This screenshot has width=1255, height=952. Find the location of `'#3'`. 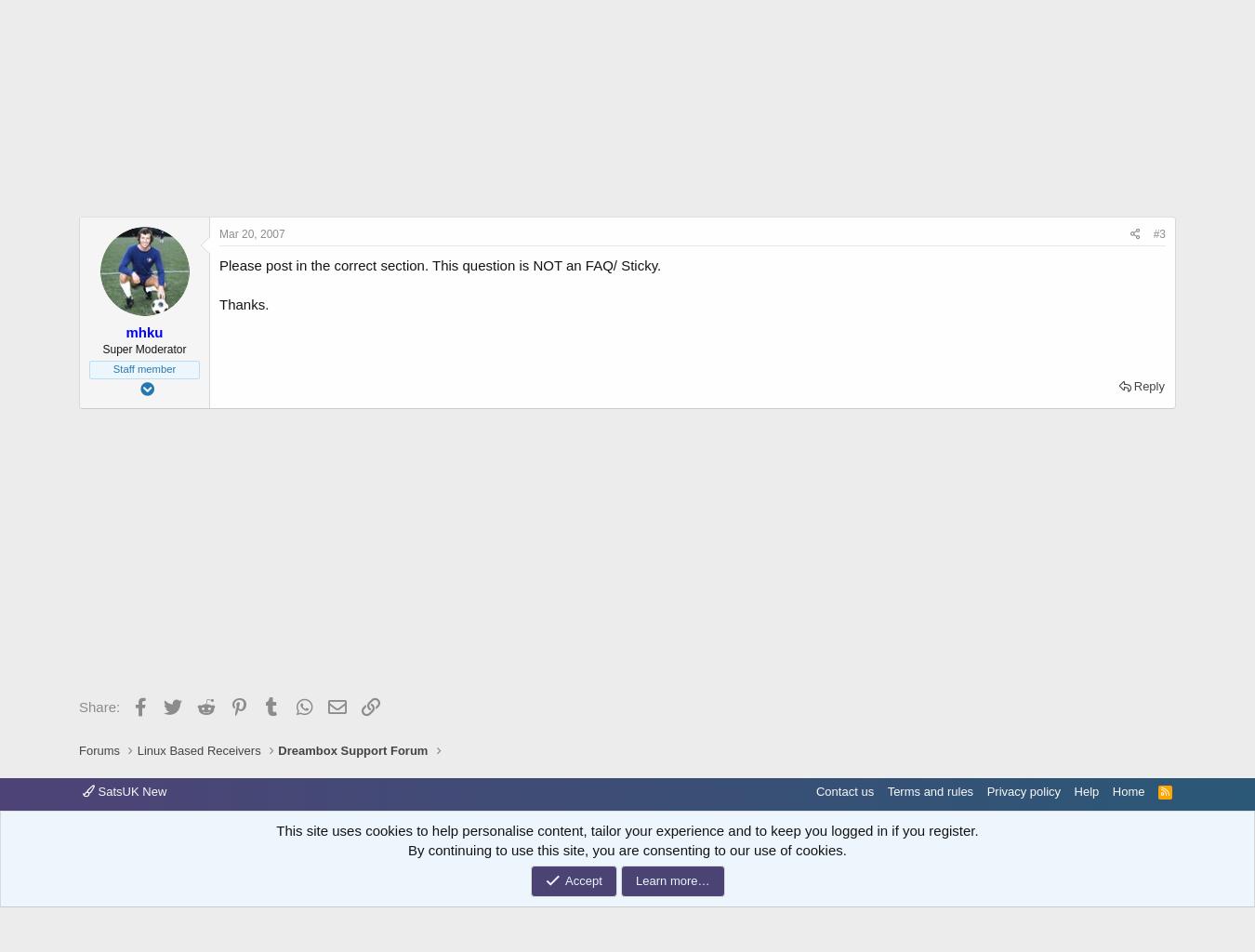

'#3' is located at coordinates (1158, 231).